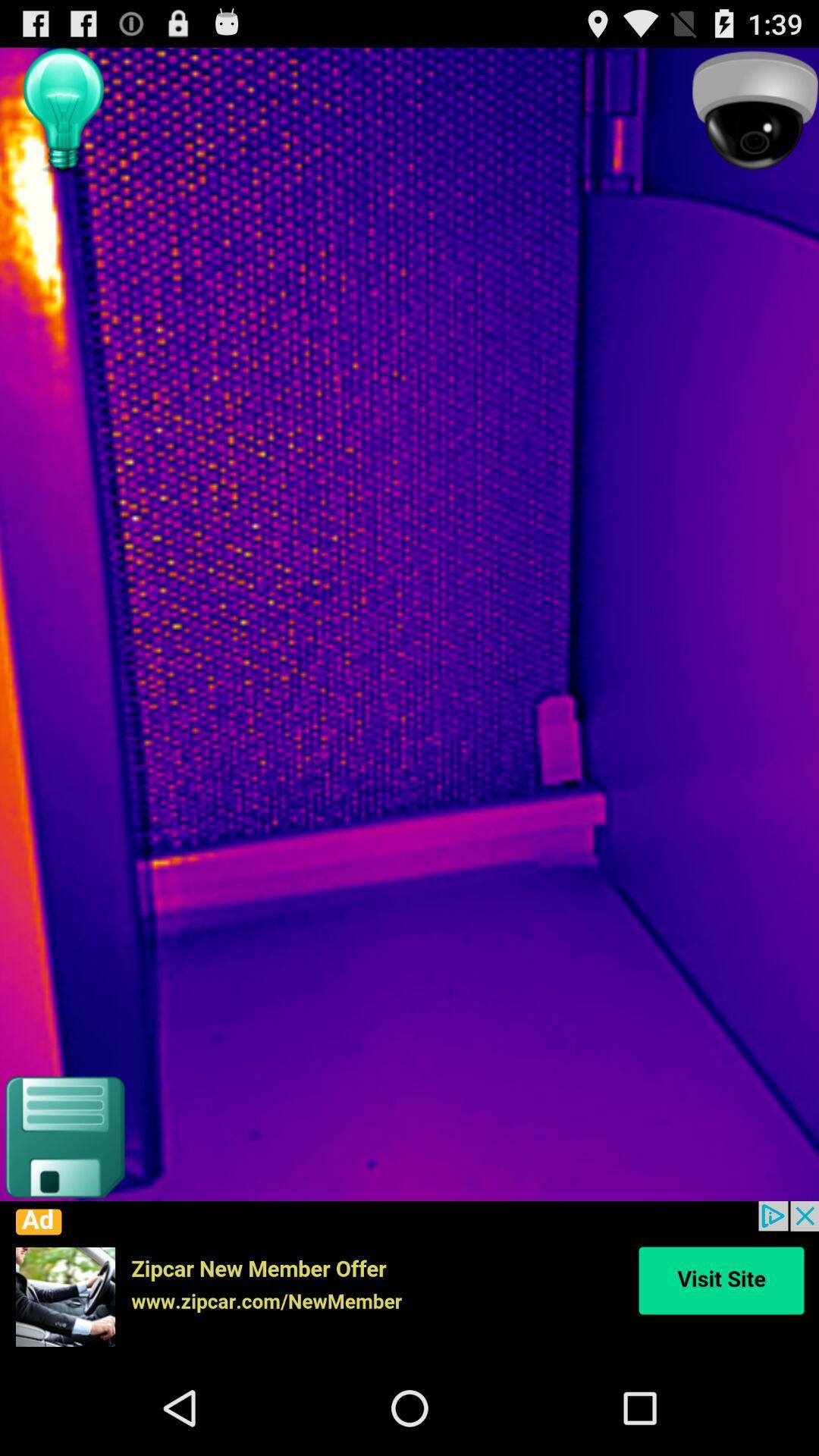 The image size is (819, 1456). Describe the element at coordinates (63, 118) in the screenshot. I see `the avatar icon` at that location.